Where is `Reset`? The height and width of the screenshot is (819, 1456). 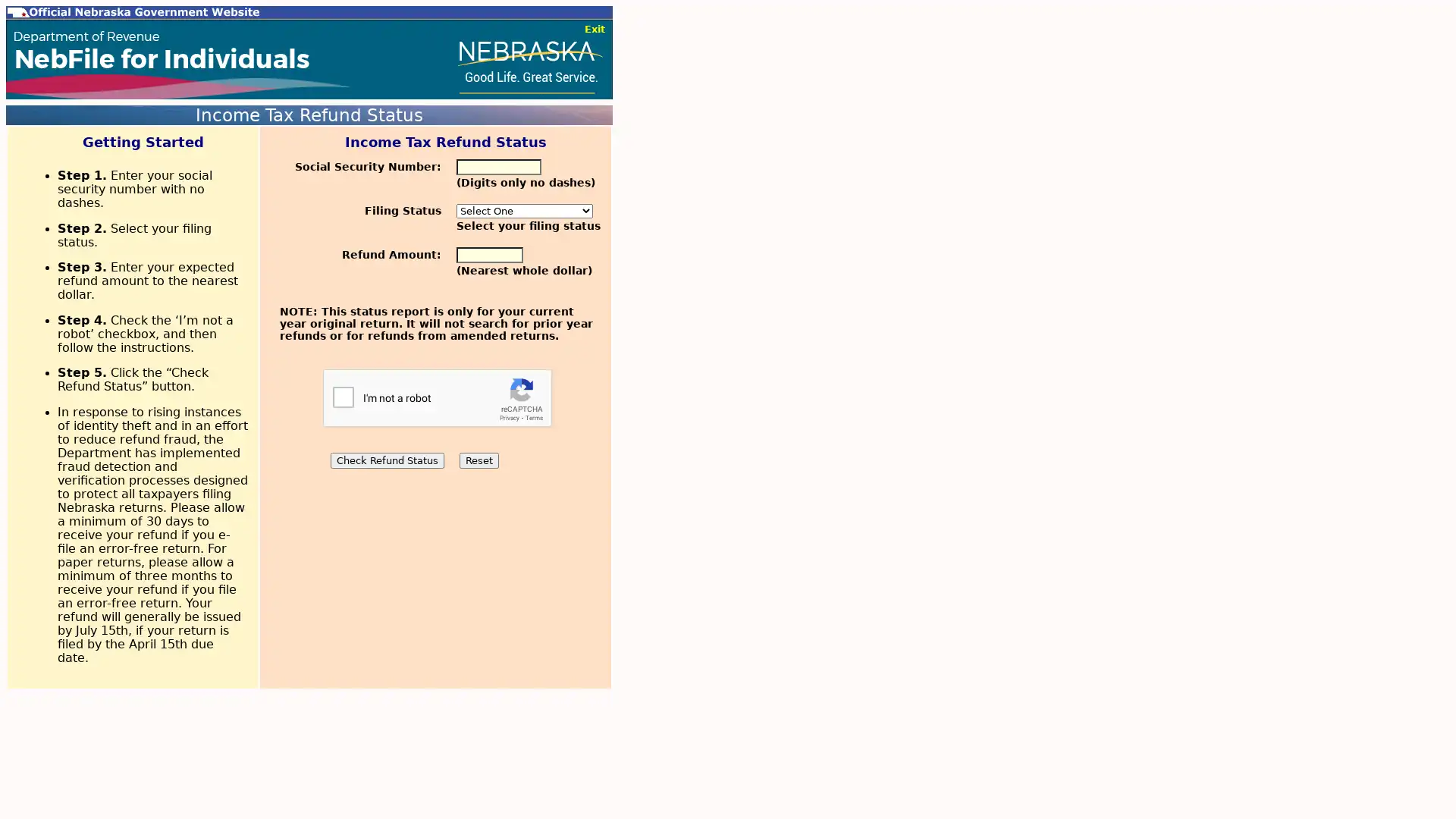 Reset is located at coordinates (477, 460).